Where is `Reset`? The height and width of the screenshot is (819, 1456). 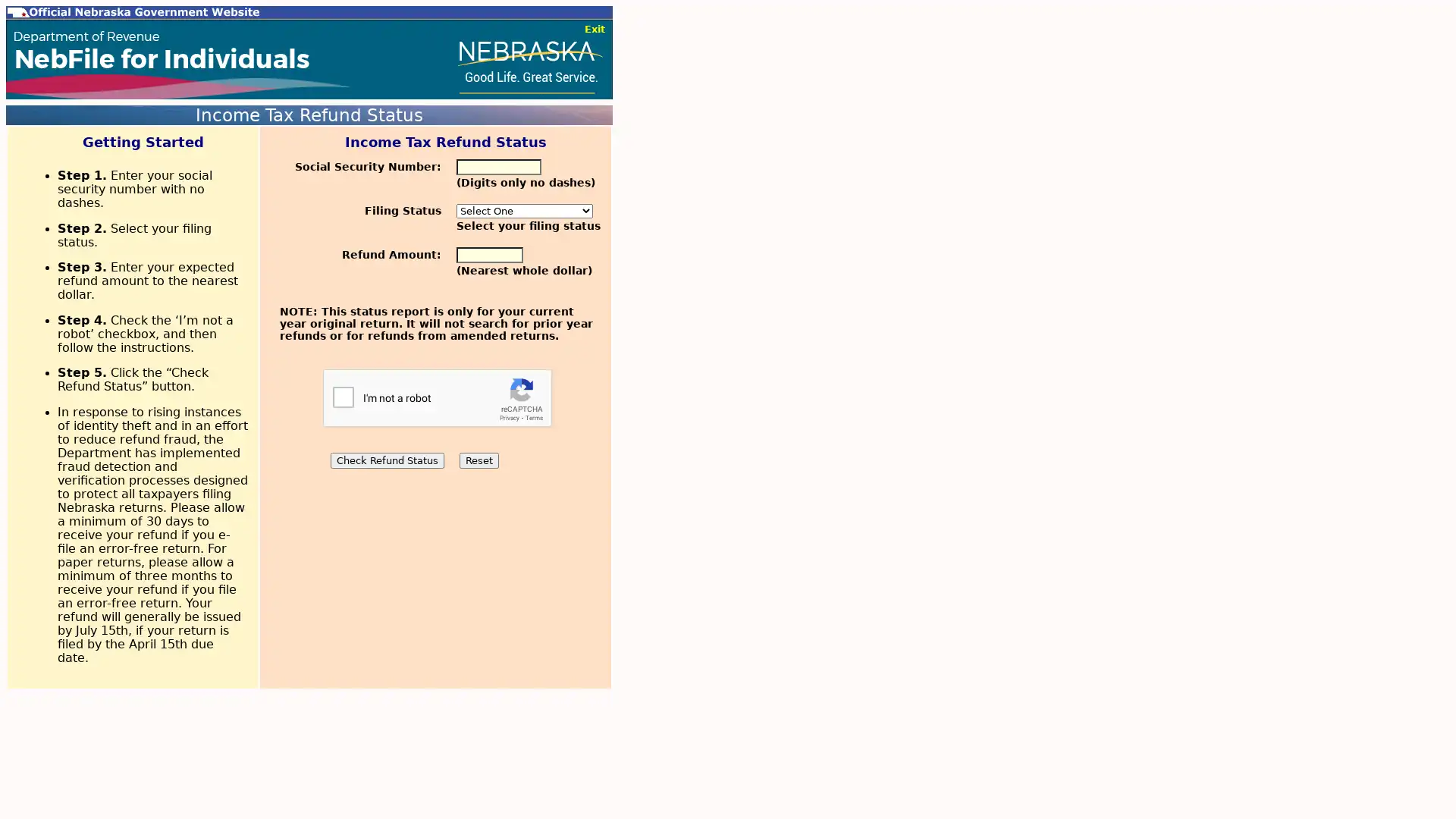 Reset is located at coordinates (477, 460).